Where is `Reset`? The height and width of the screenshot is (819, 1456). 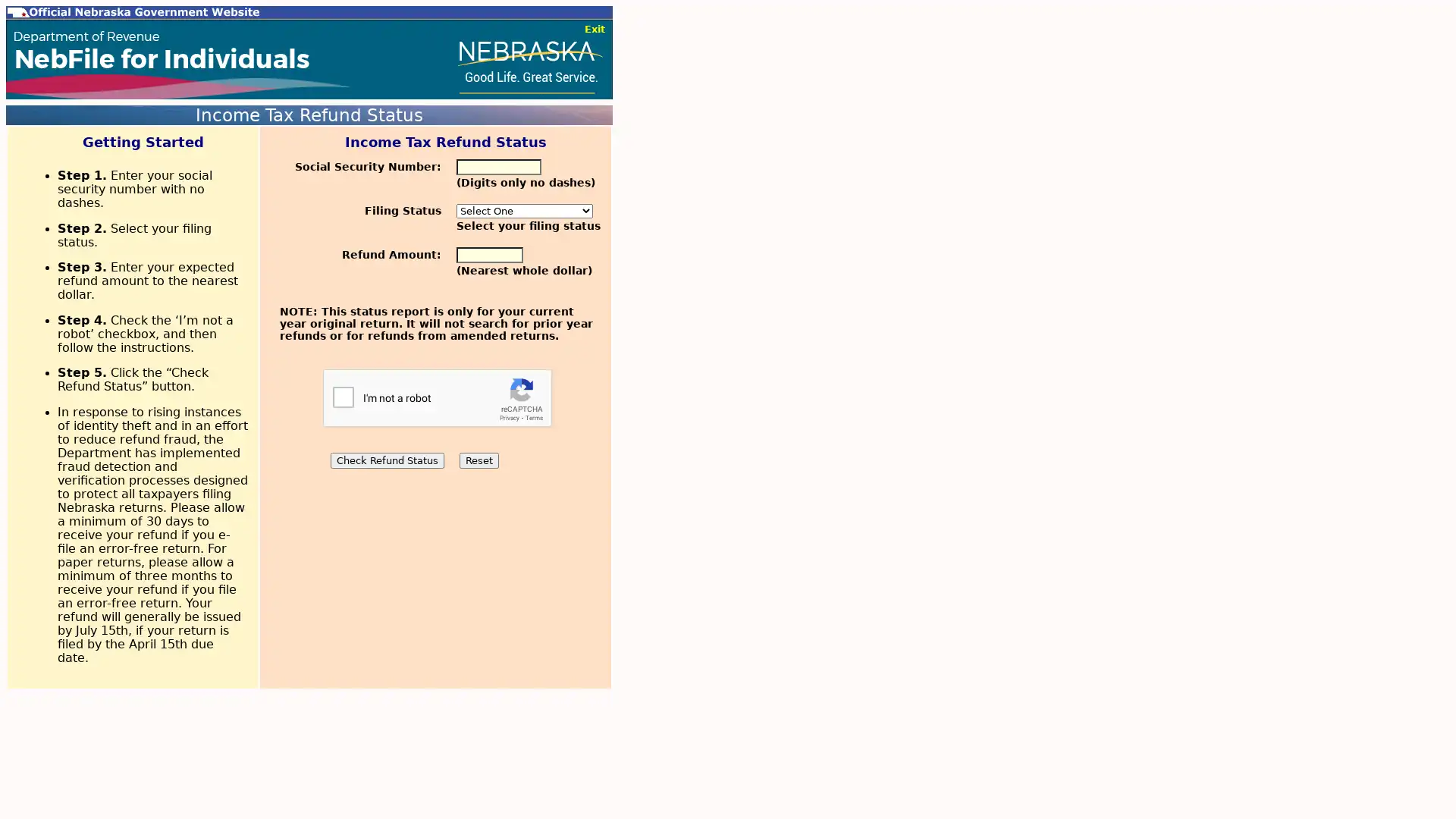 Reset is located at coordinates (477, 460).